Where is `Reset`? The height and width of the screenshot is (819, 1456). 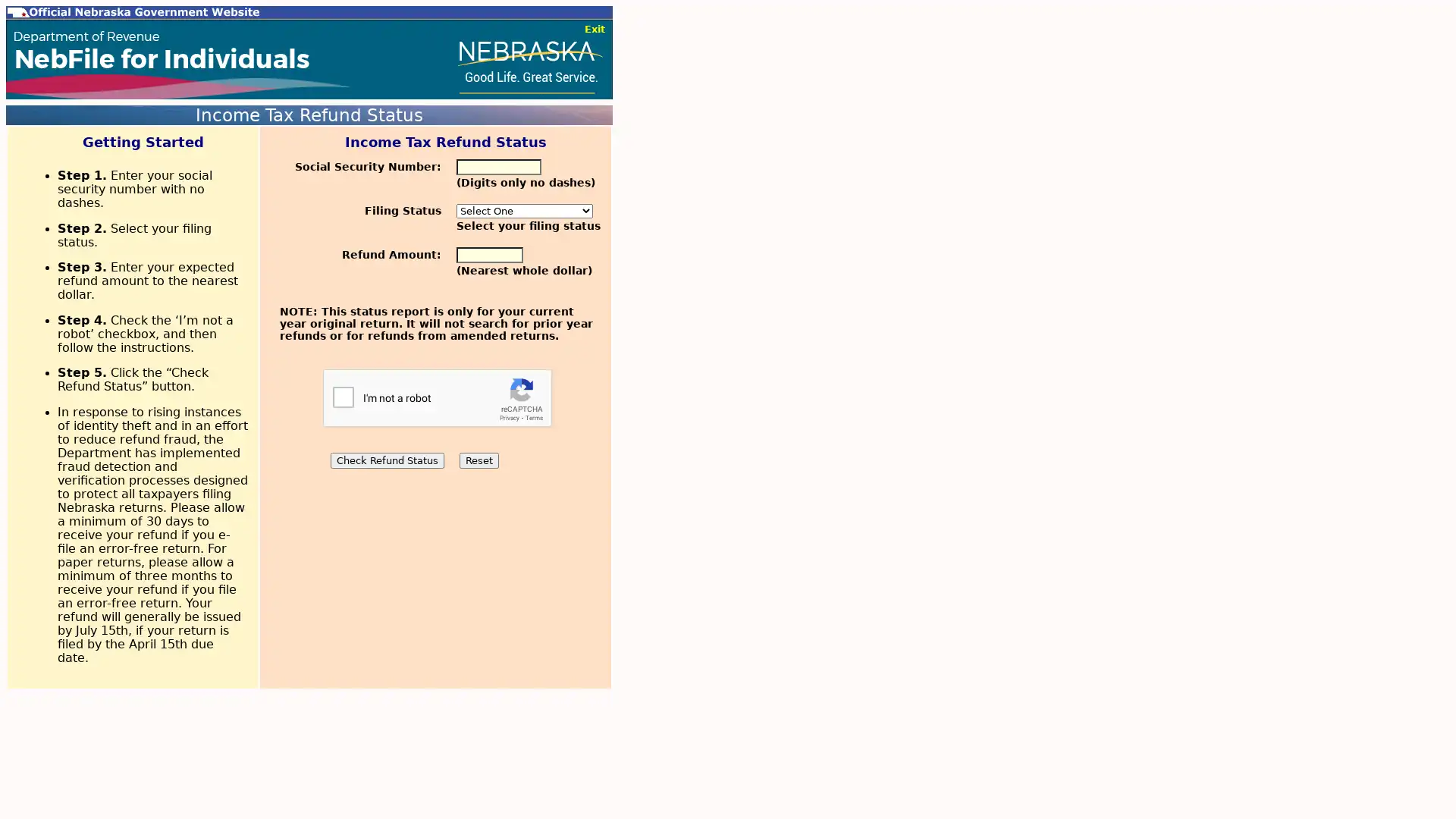 Reset is located at coordinates (477, 460).